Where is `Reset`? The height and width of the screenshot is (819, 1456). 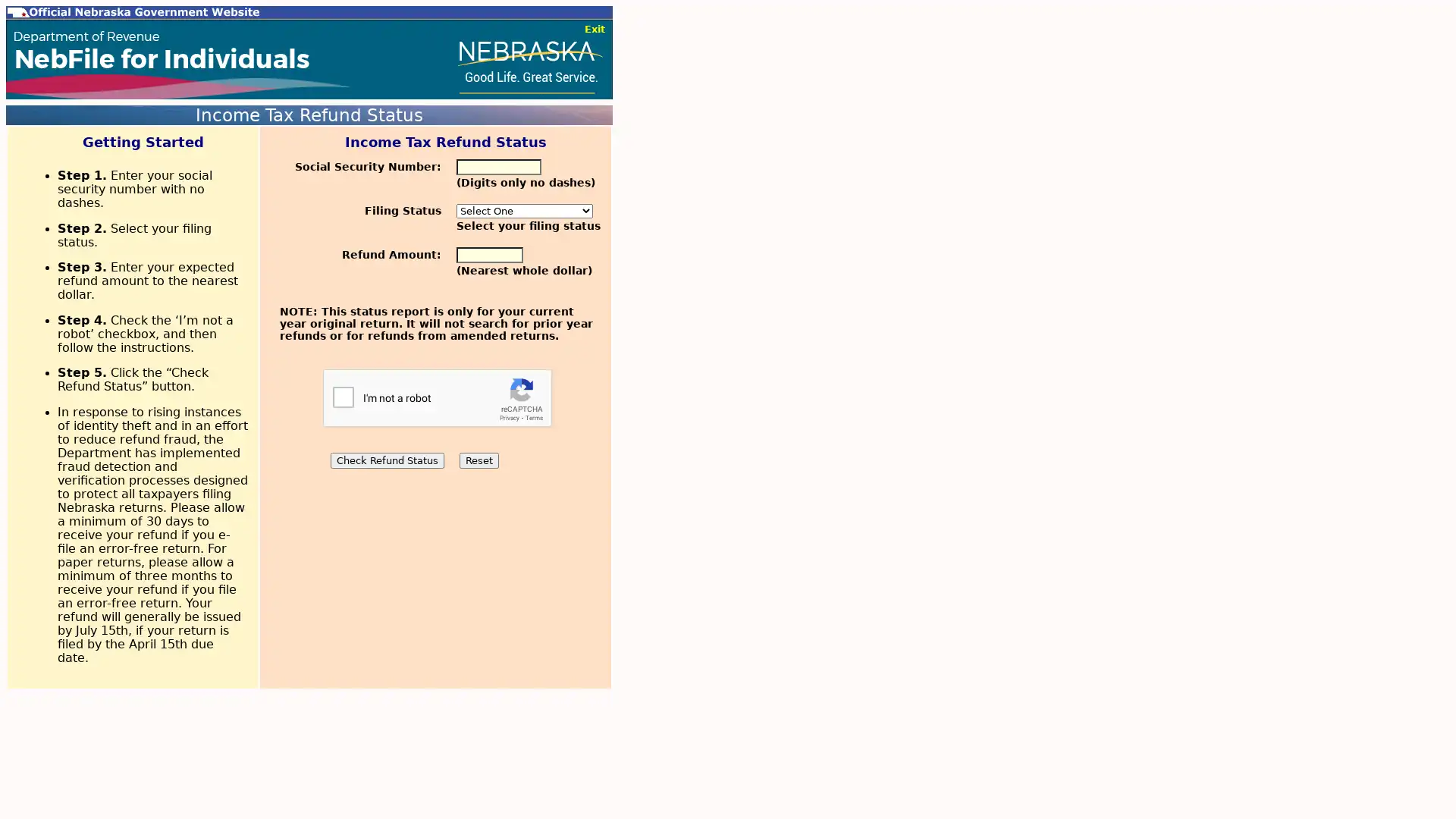 Reset is located at coordinates (477, 460).